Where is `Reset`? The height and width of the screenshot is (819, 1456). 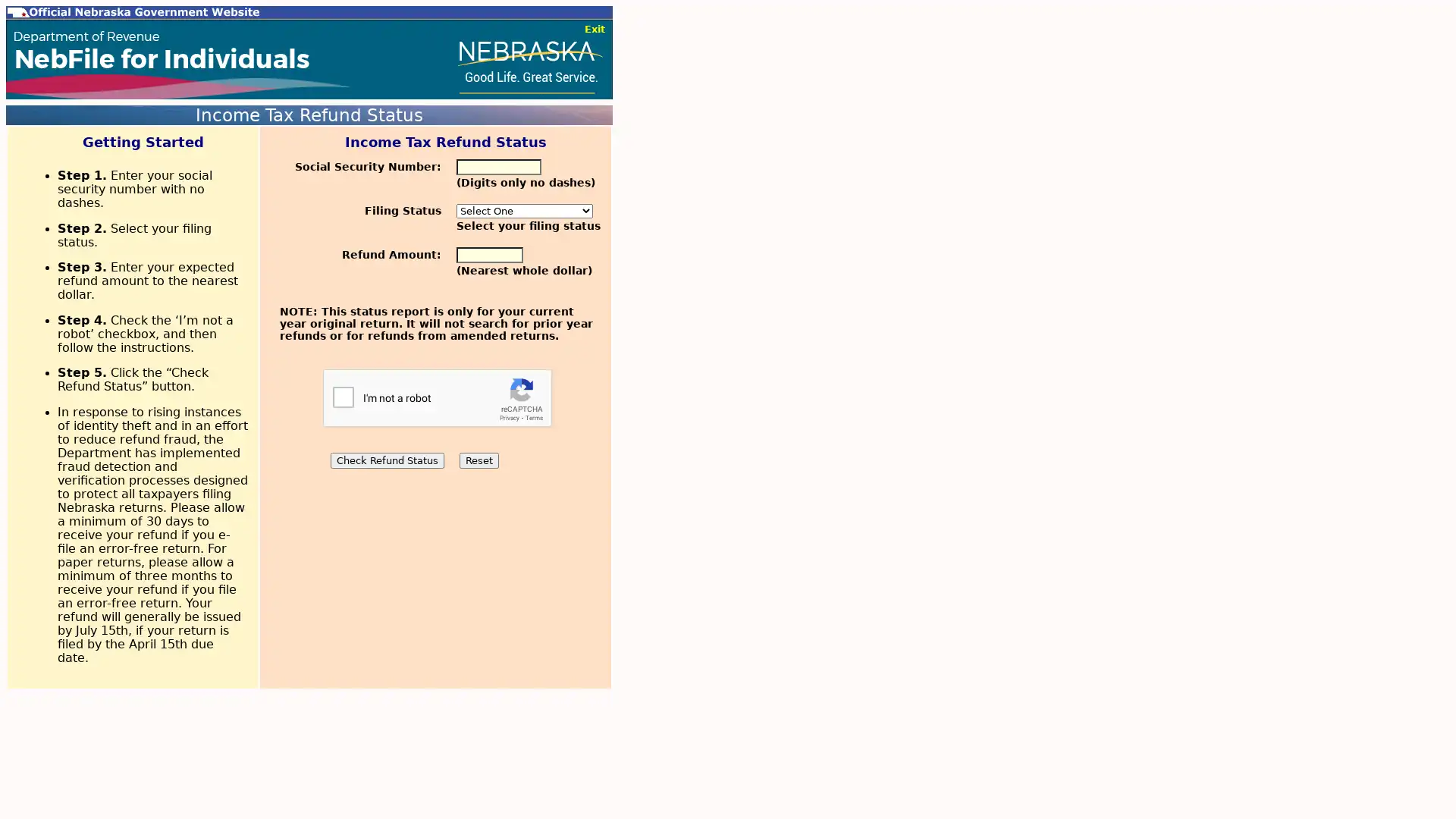 Reset is located at coordinates (477, 460).